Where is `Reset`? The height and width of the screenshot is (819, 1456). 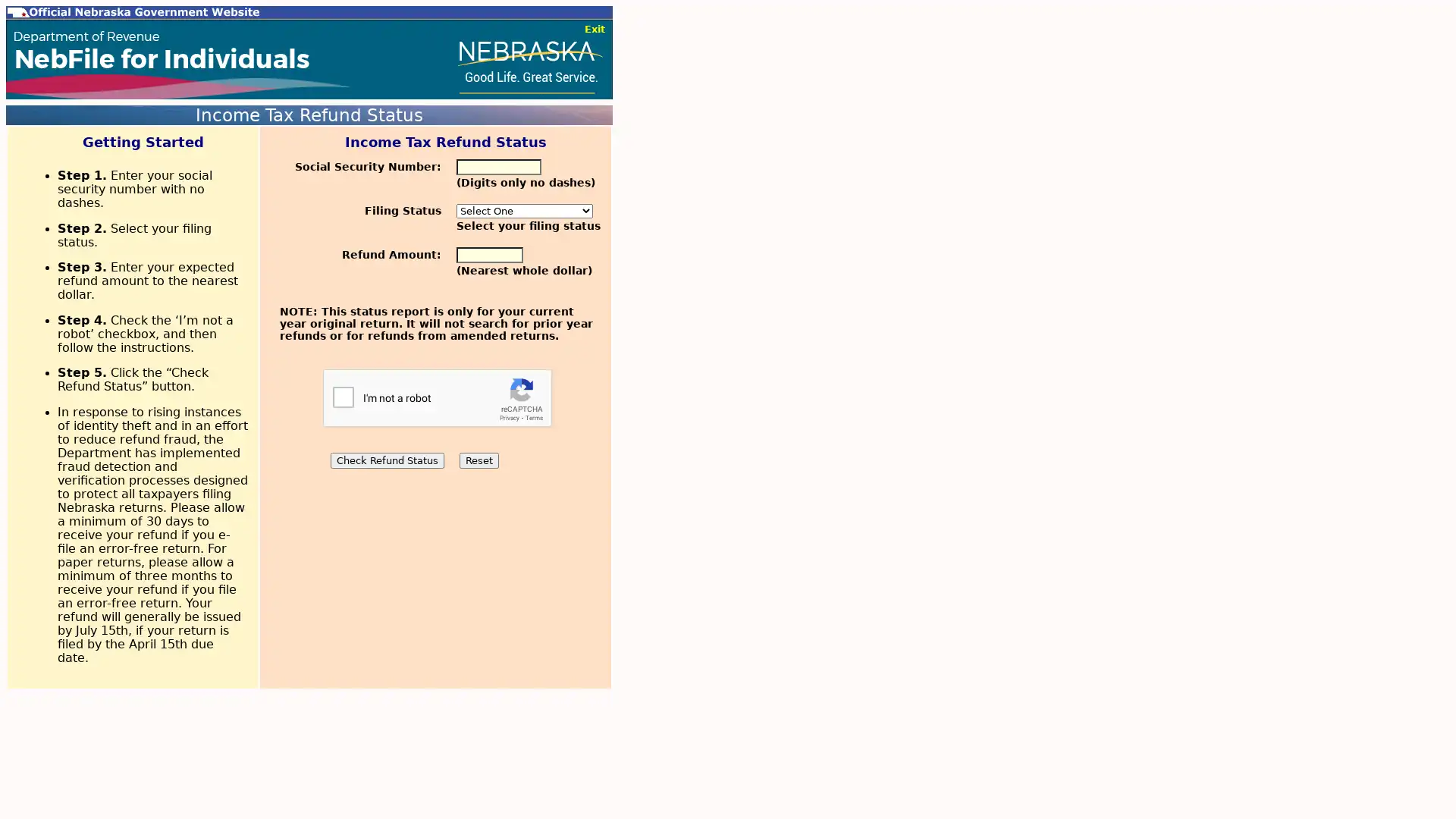 Reset is located at coordinates (477, 460).